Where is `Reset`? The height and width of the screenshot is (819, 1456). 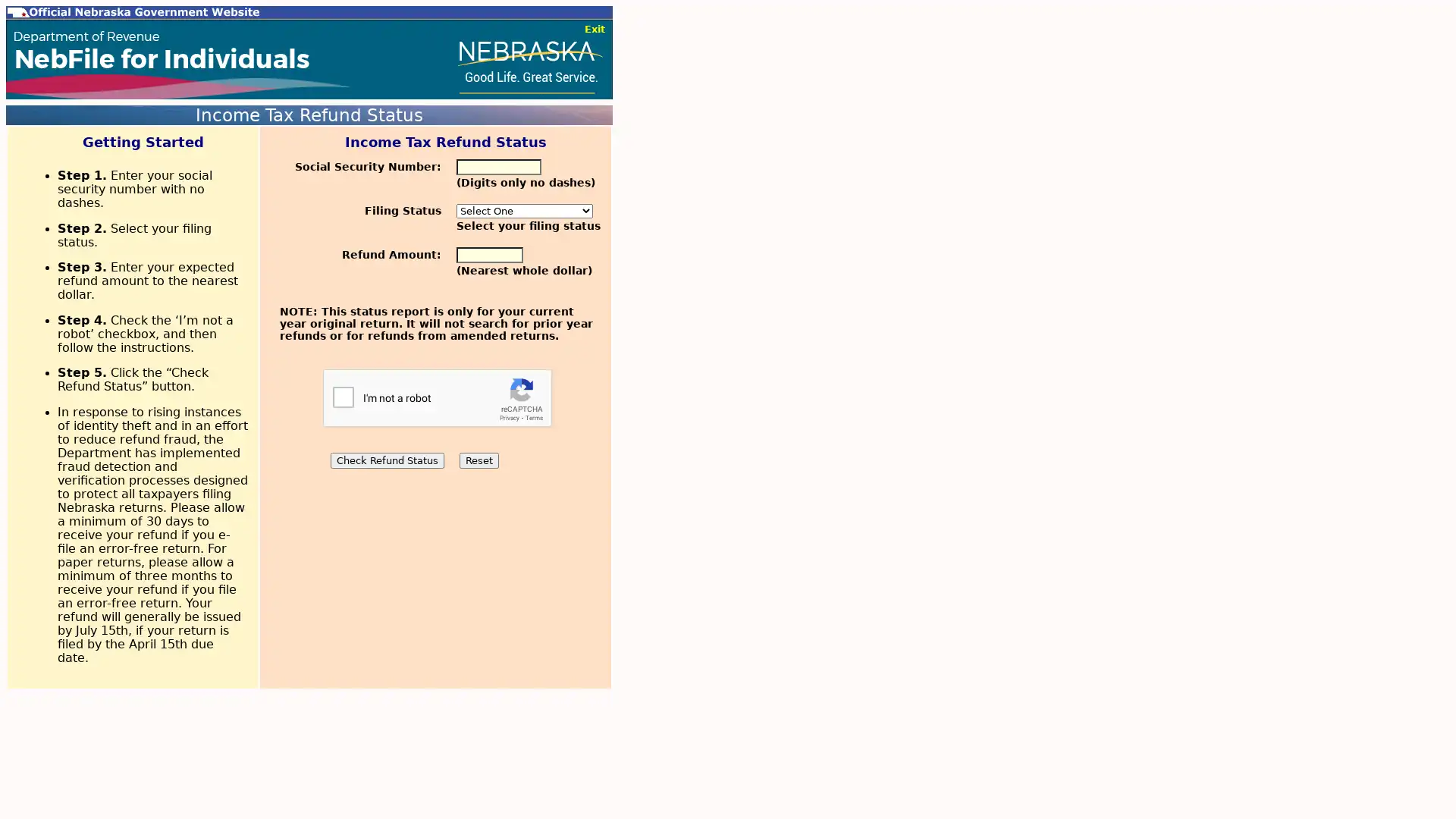 Reset is located at coordinates (477, 460).